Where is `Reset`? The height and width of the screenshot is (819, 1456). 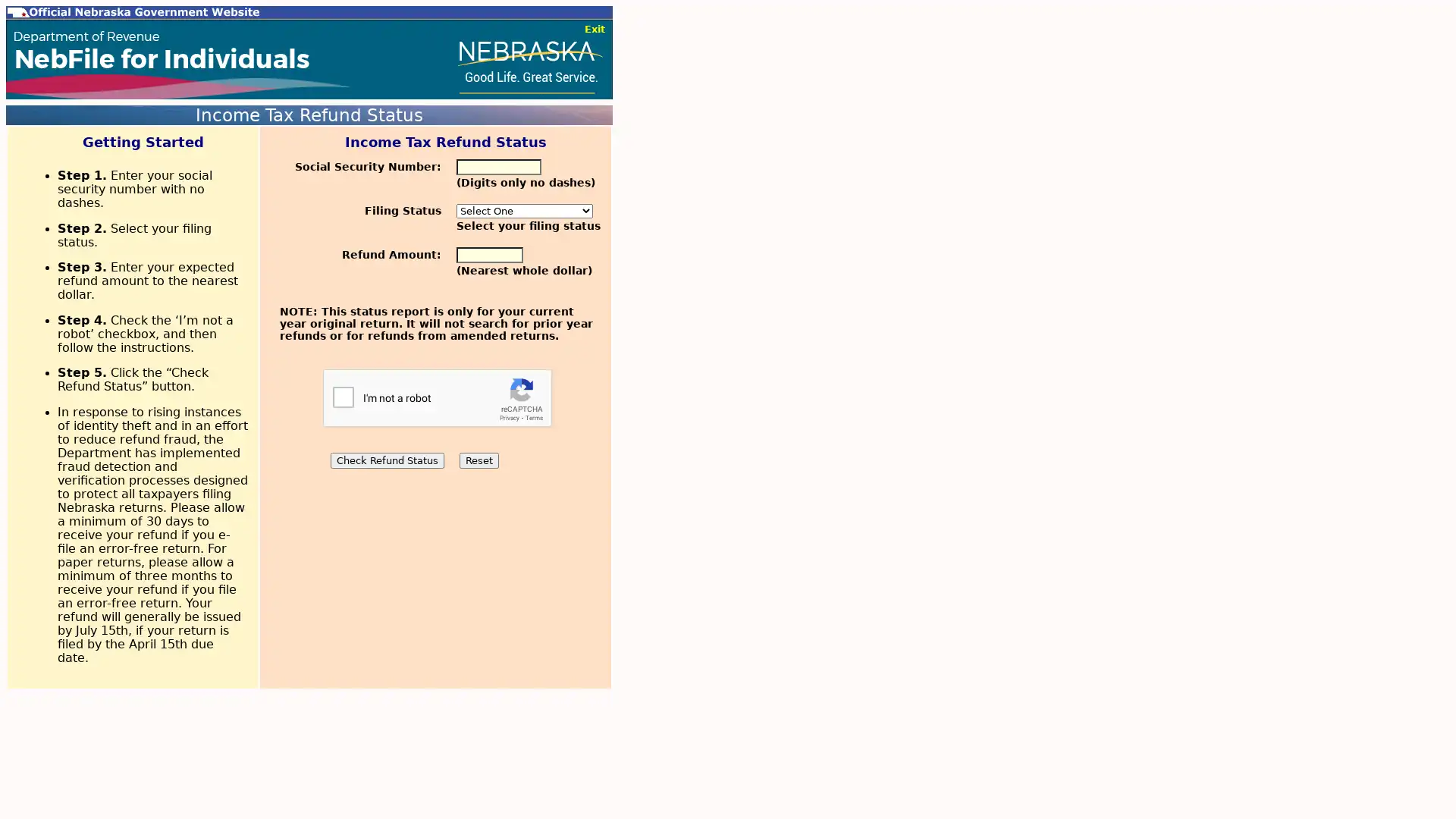 Reset is located at coordinates (477, 460).